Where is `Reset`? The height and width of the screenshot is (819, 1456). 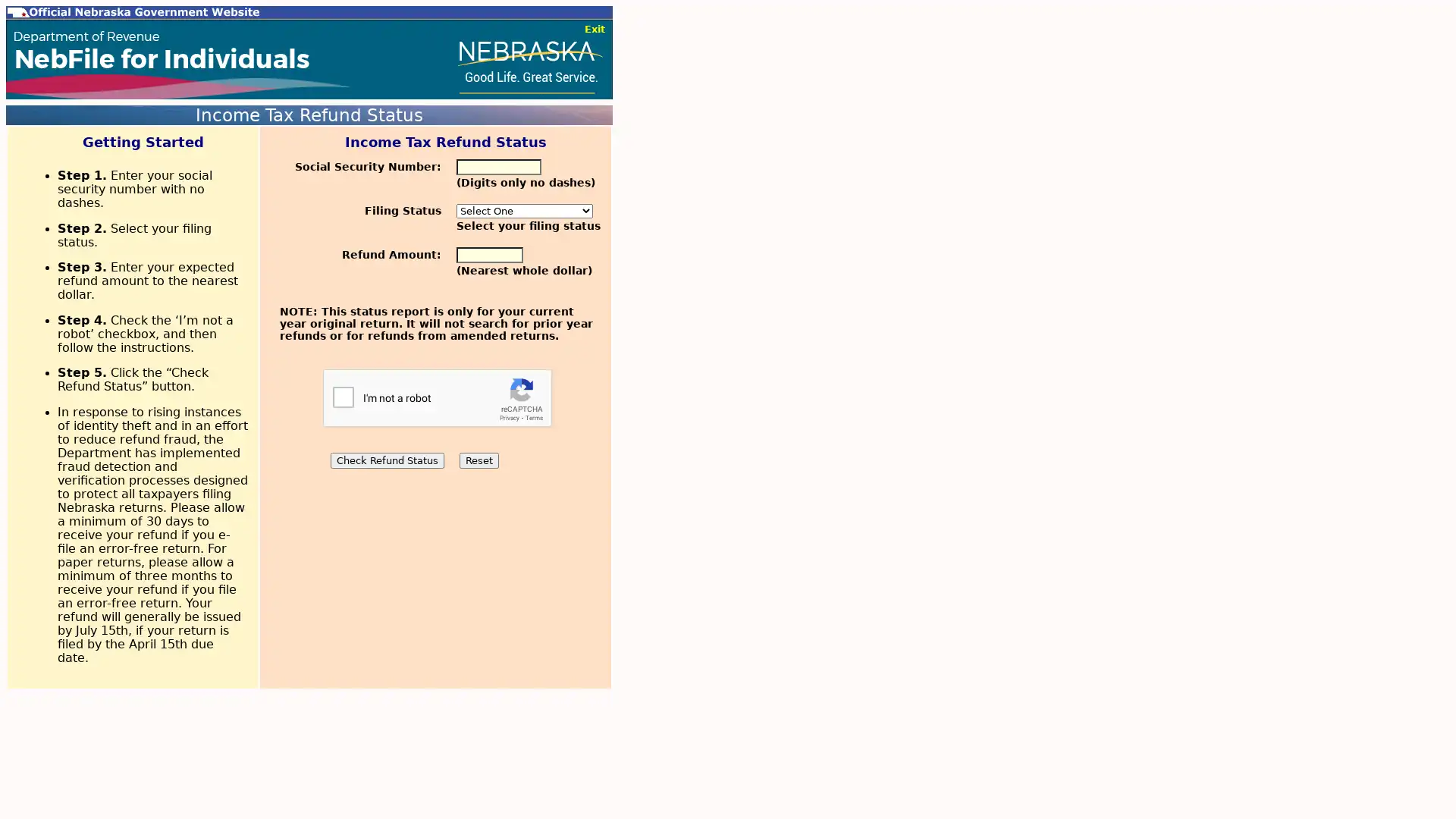 Reset is located at coordinates (477, 460).